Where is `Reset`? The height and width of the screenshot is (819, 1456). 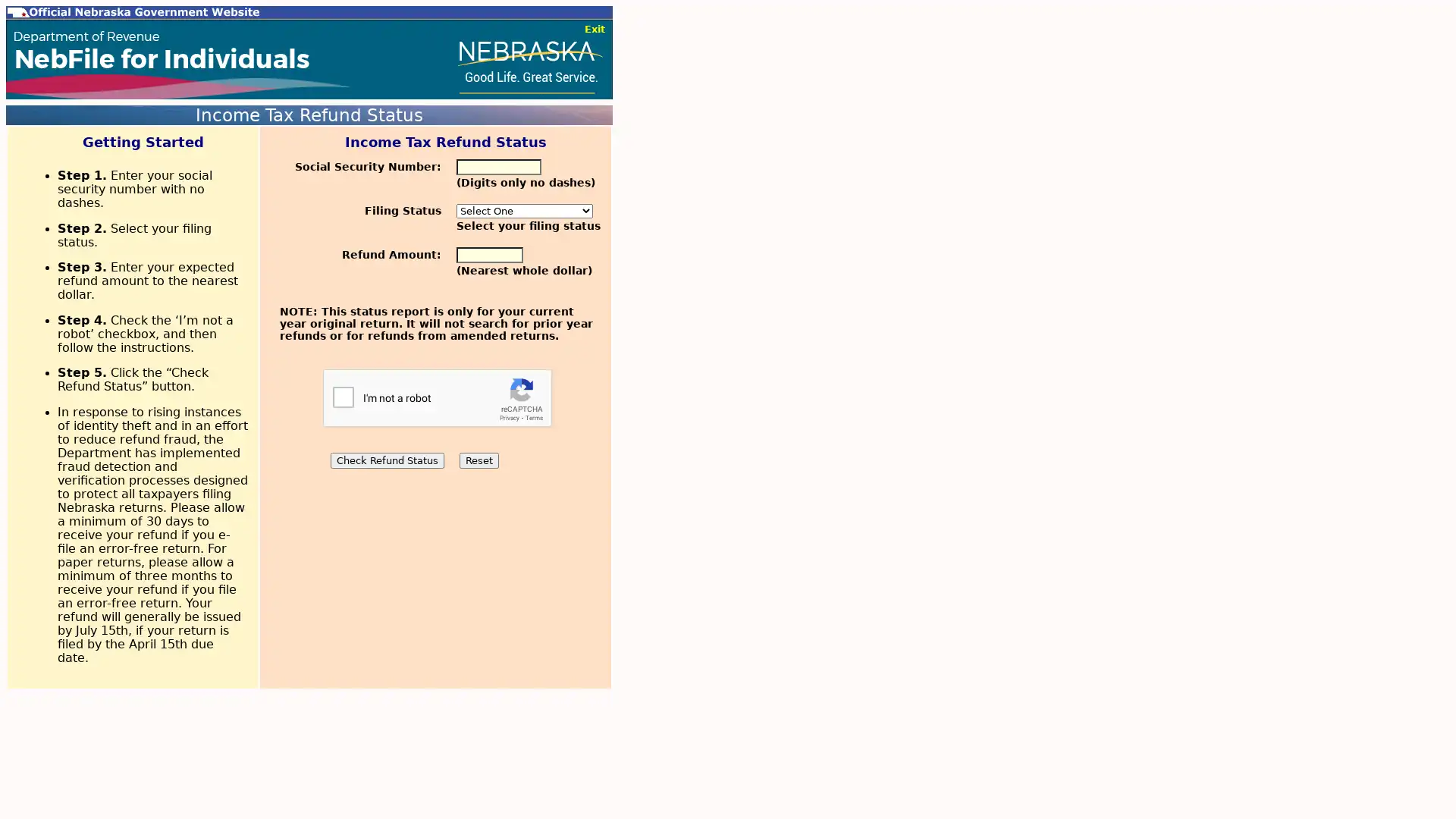 Reset is located at coordinates (477, 460).